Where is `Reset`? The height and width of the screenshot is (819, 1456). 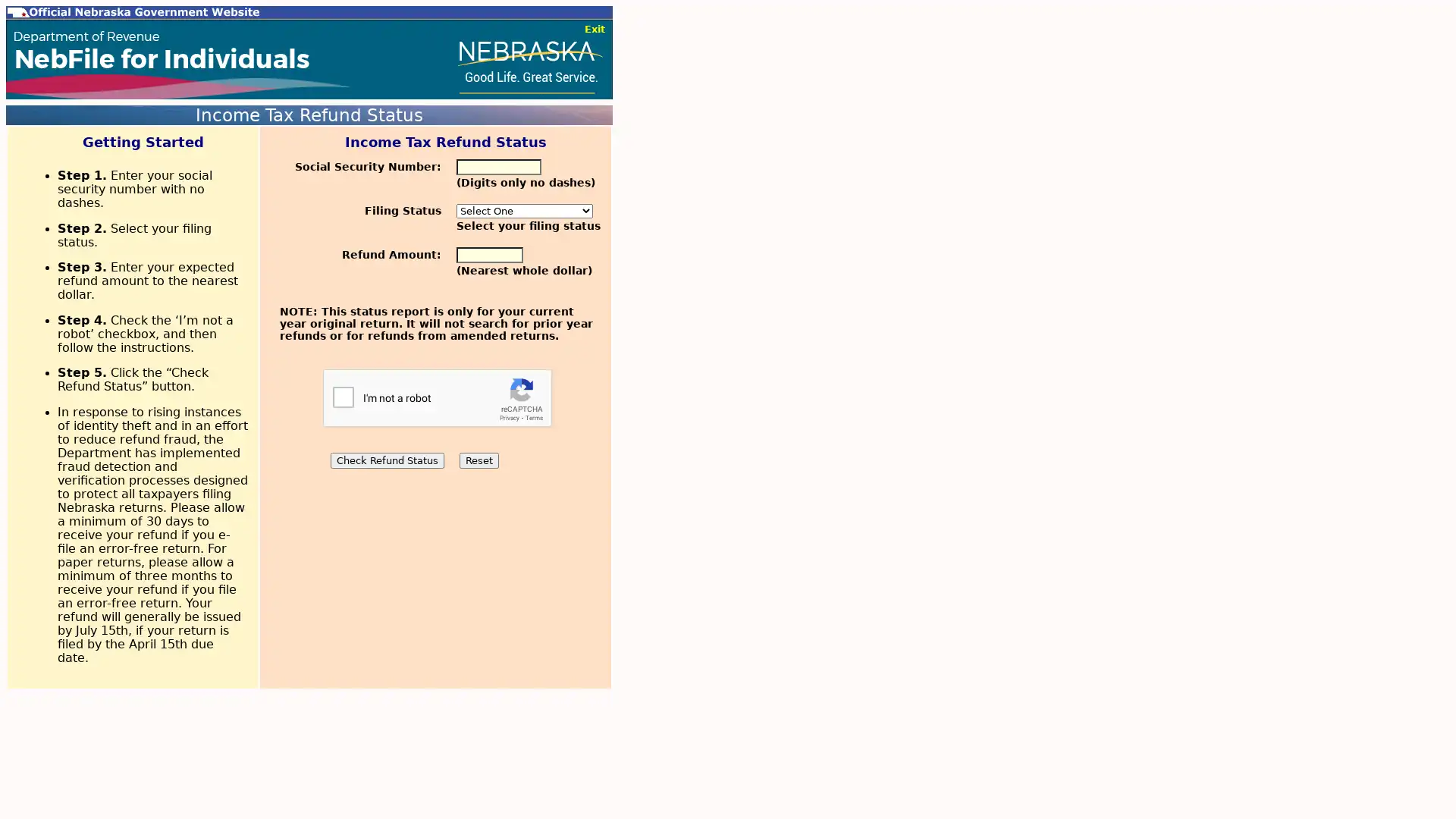 Reset is located at coordinates (477, 460).